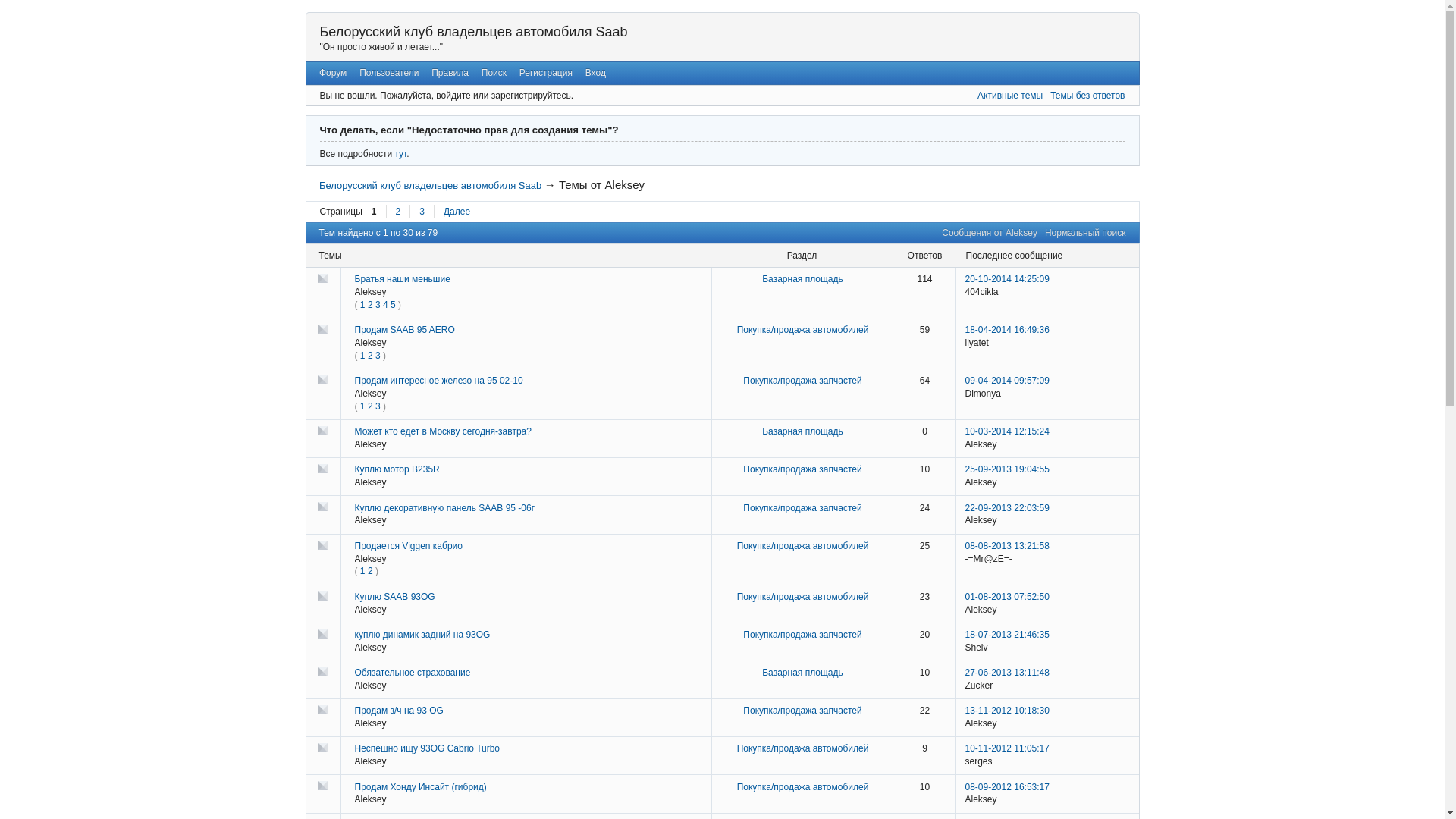 The image size is (1456, 819). I want to click on '18-07-2013 21:46:35', so click(1006, 635).